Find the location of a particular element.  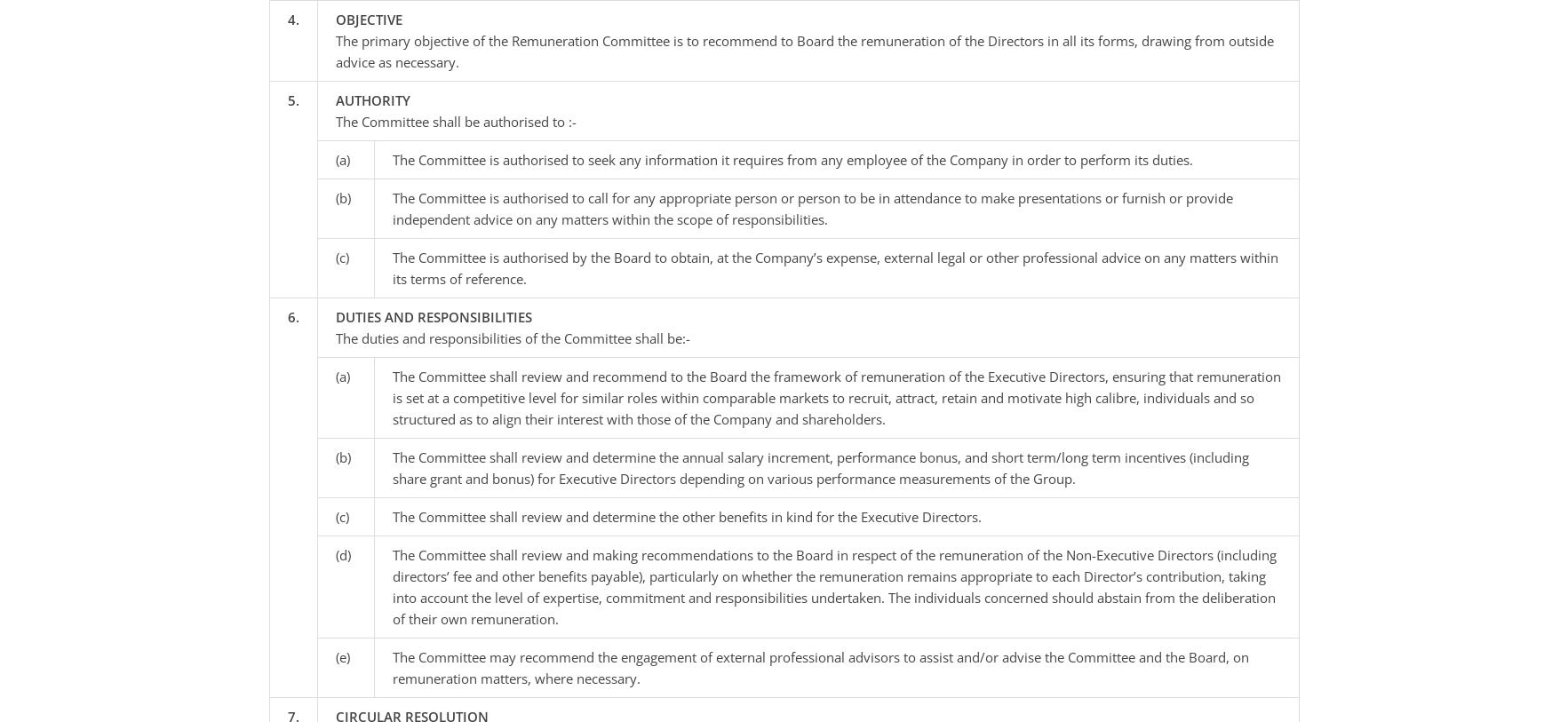

'The duties and responsibilities of the Committee shall be:-' is located at coordinates (511, 337).